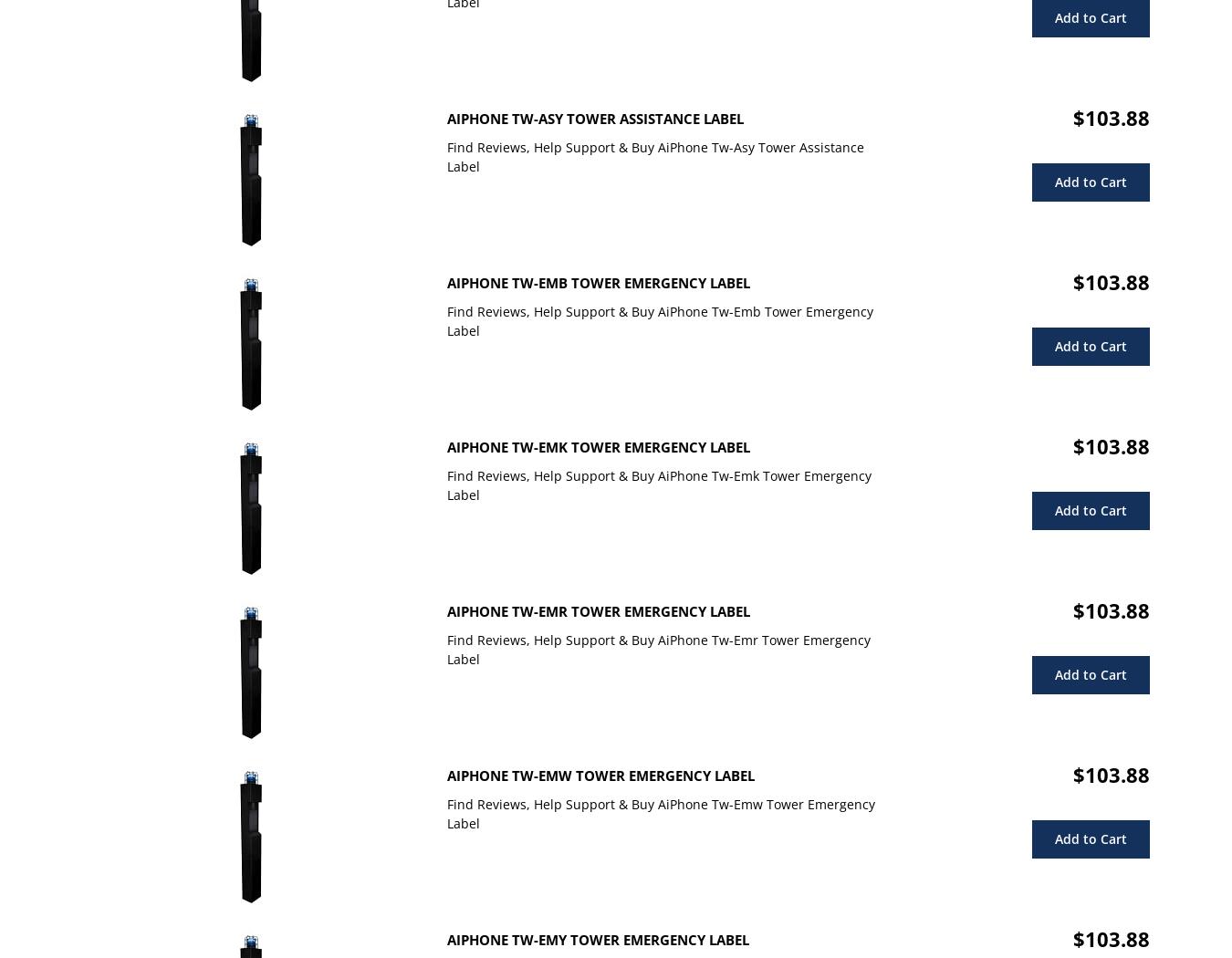 The width and height of the screenshot is (1232, 958). What do you see at coordinates (598, 282) in the screenshot?
I see `'AiPhone Tw-Emb Tower Emergency Label'` at bounding box center [598, 282].